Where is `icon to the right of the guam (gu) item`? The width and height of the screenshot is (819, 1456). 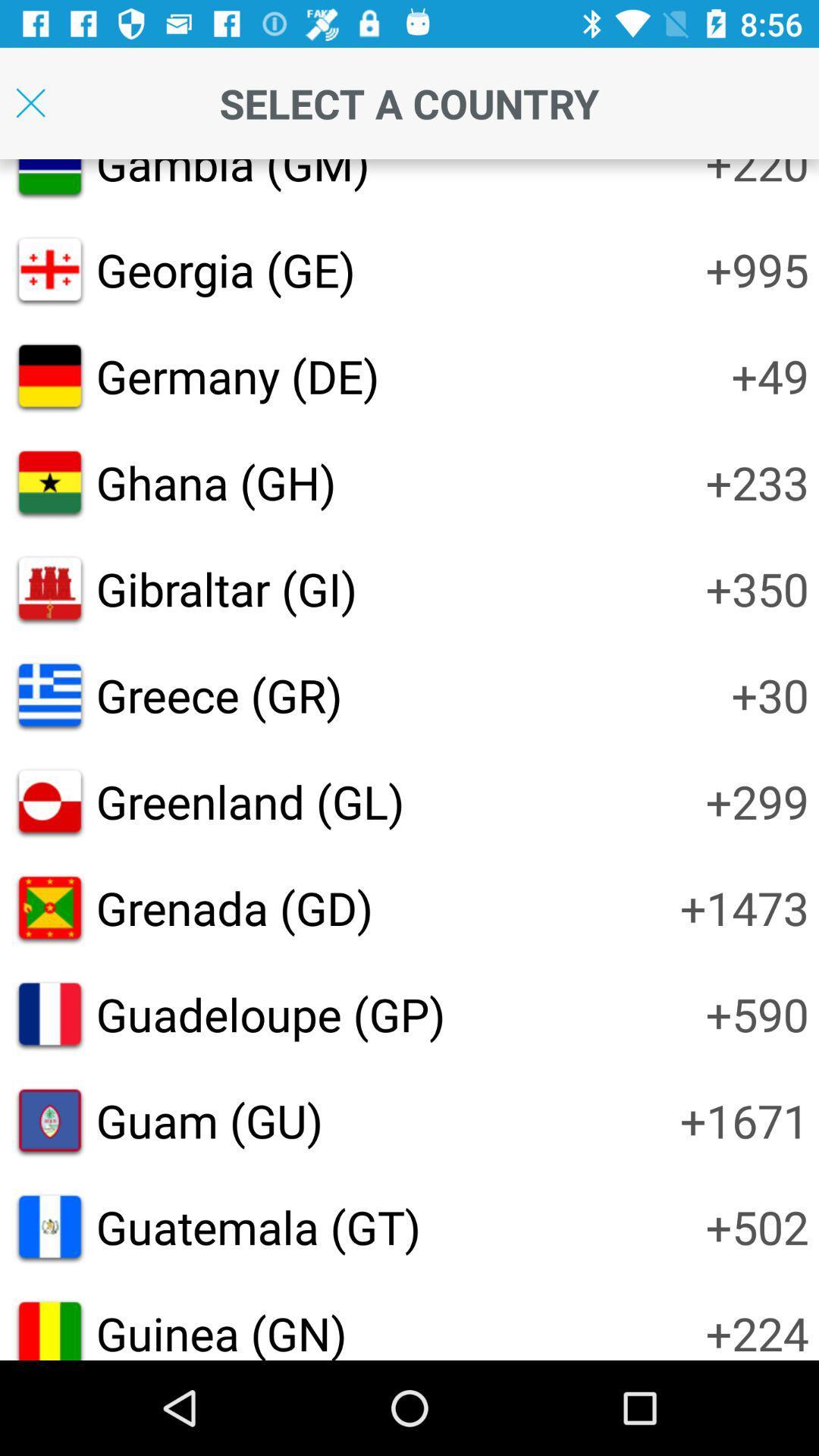
icon to the right of the guam (gu) item is located at coordinates (743, 1120).